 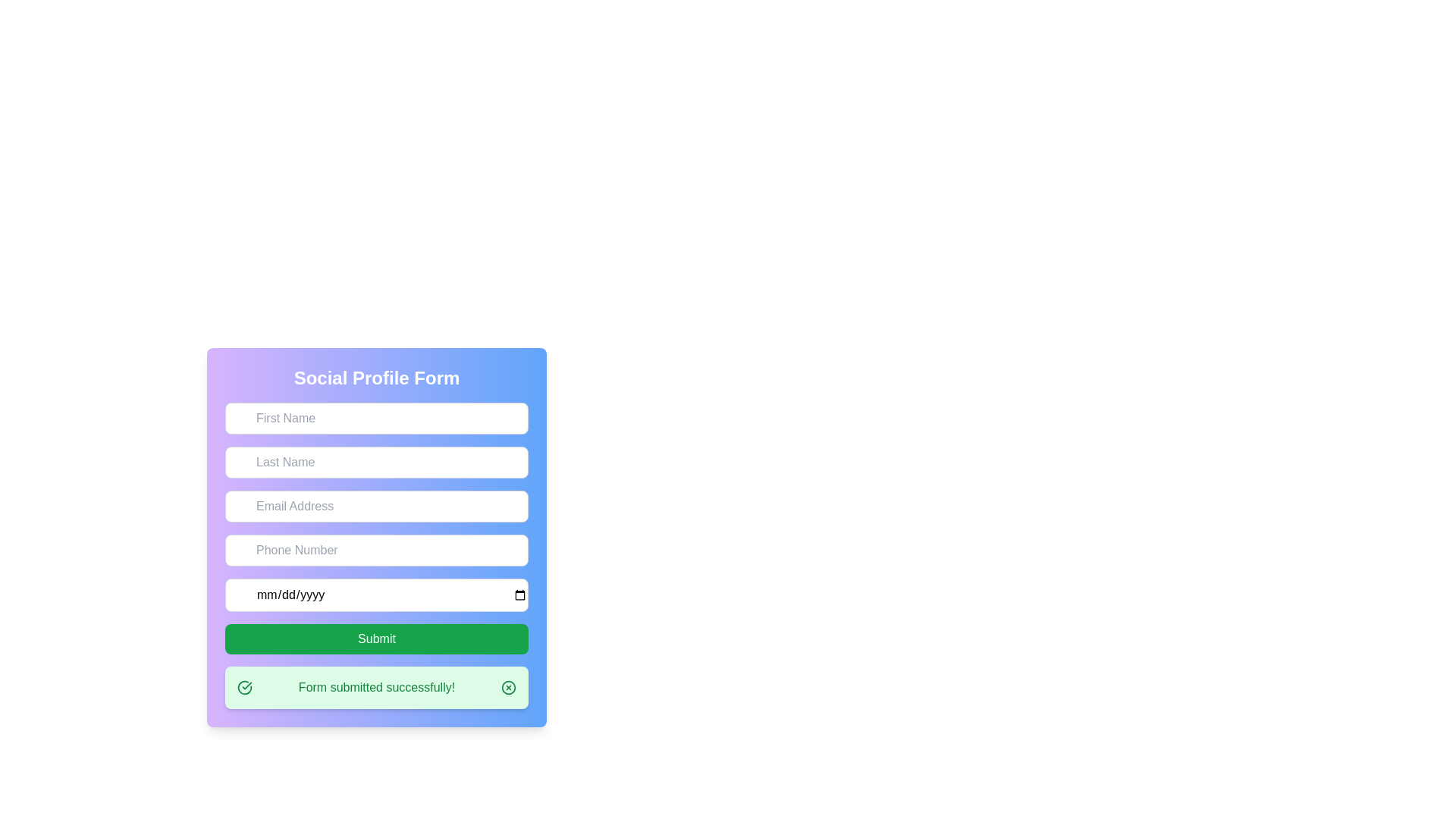 I want to click on the notification banner that displays 'Form submitted successfully!' located at the bottom of the form layout with a gradient blue to purple background, so click(x=377, y=687).